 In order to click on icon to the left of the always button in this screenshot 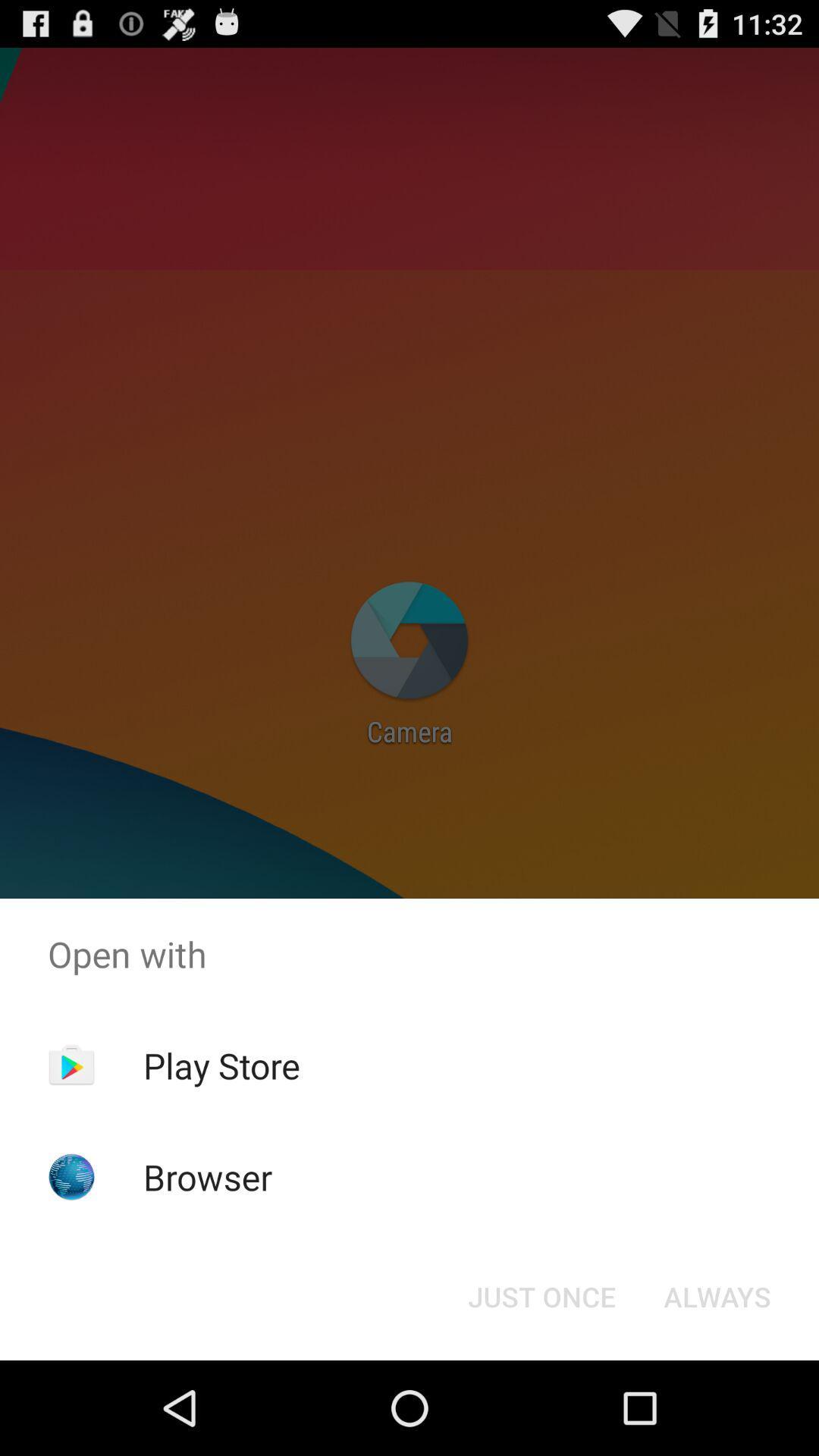, I will do `click(541, 1295)`.